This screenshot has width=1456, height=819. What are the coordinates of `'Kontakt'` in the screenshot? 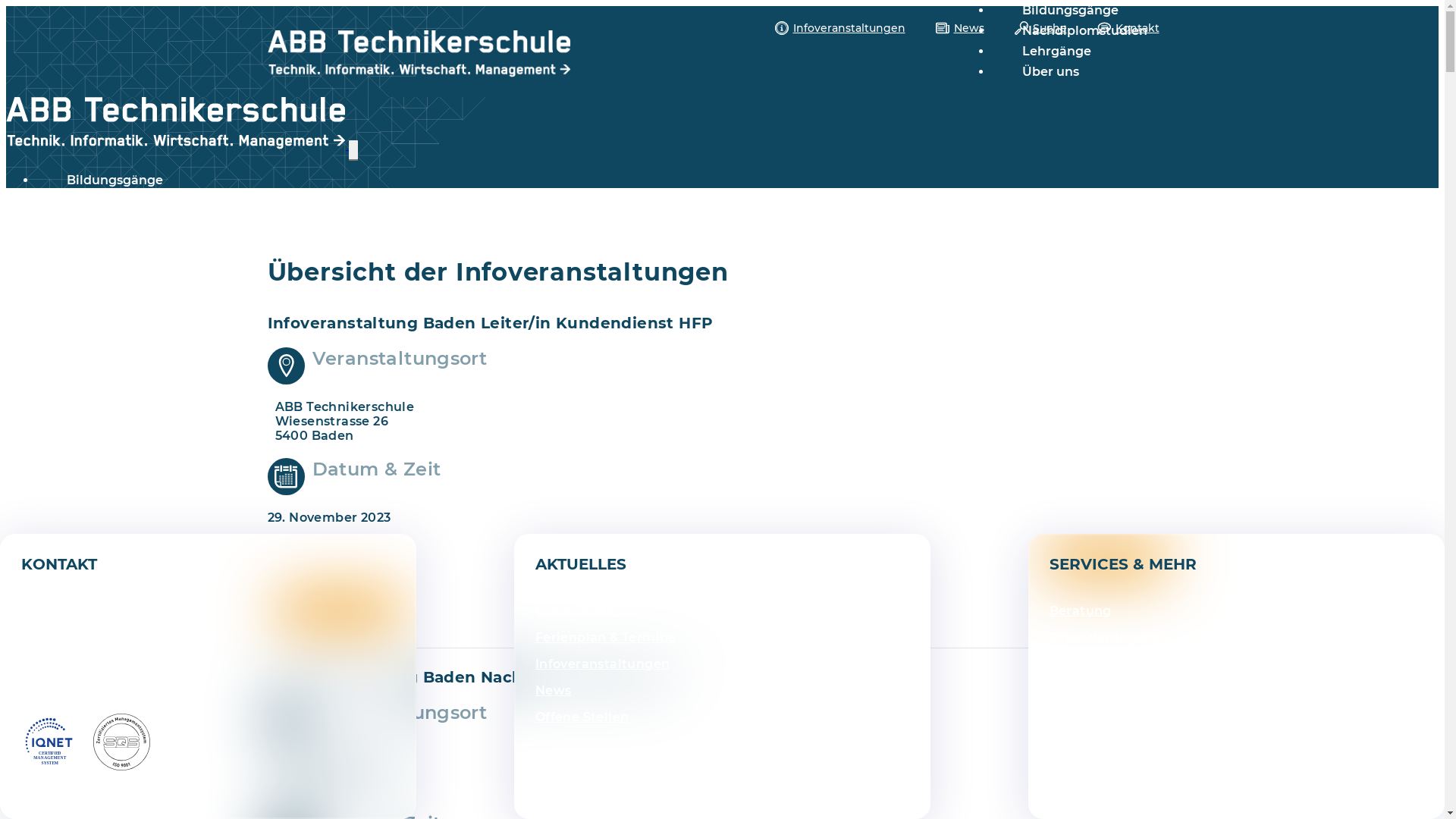 It's located at (1096, 28).